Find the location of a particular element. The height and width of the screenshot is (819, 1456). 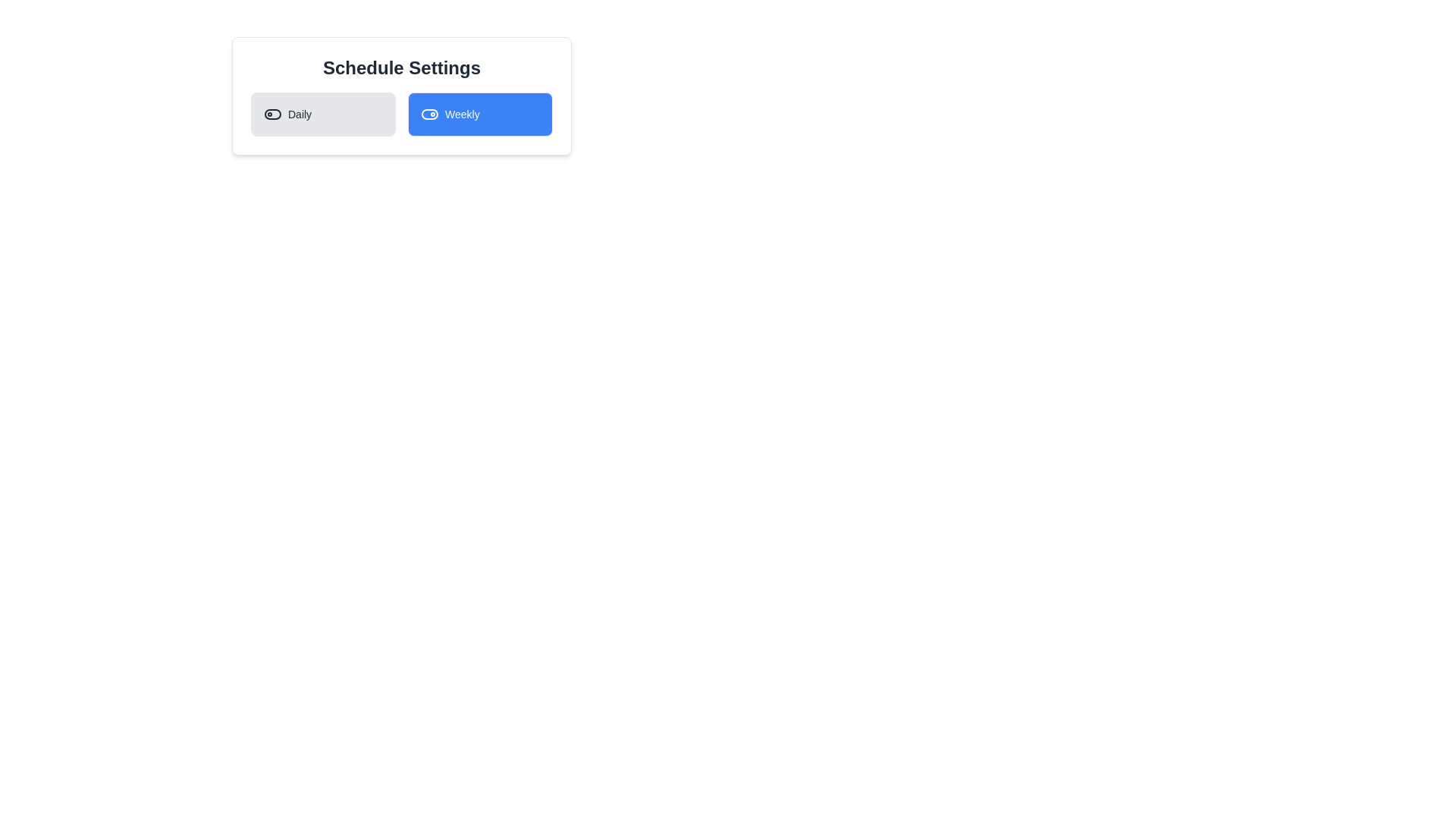

the toggle switch located inside the 'Daily' button, which is currently in the 'off' state is located at coordinates (273, 113).